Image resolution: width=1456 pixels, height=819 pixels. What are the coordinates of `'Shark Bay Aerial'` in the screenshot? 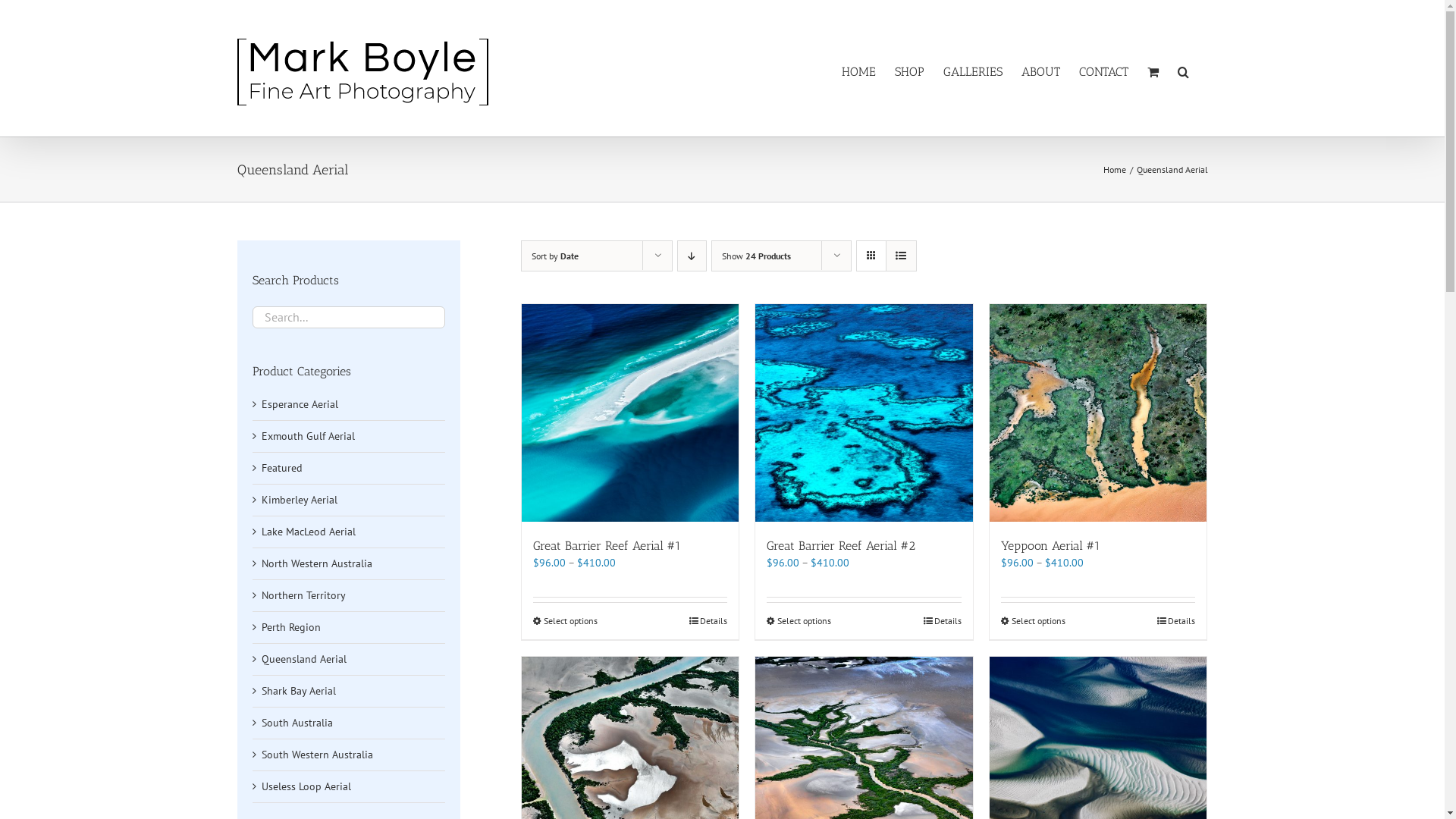 It's located at (298, 690).